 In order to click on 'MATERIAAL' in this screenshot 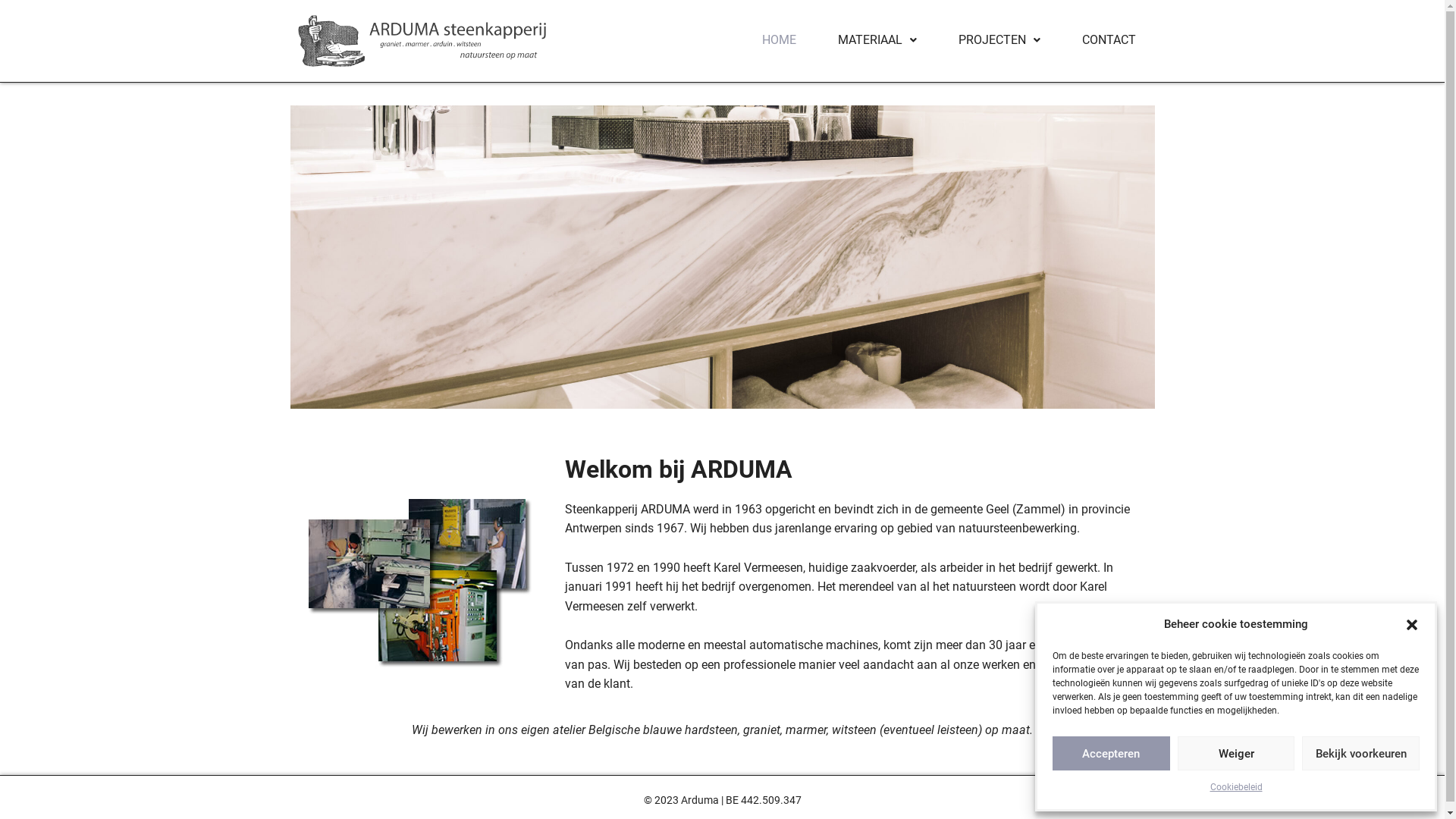, I will do `click(877, 39)`.